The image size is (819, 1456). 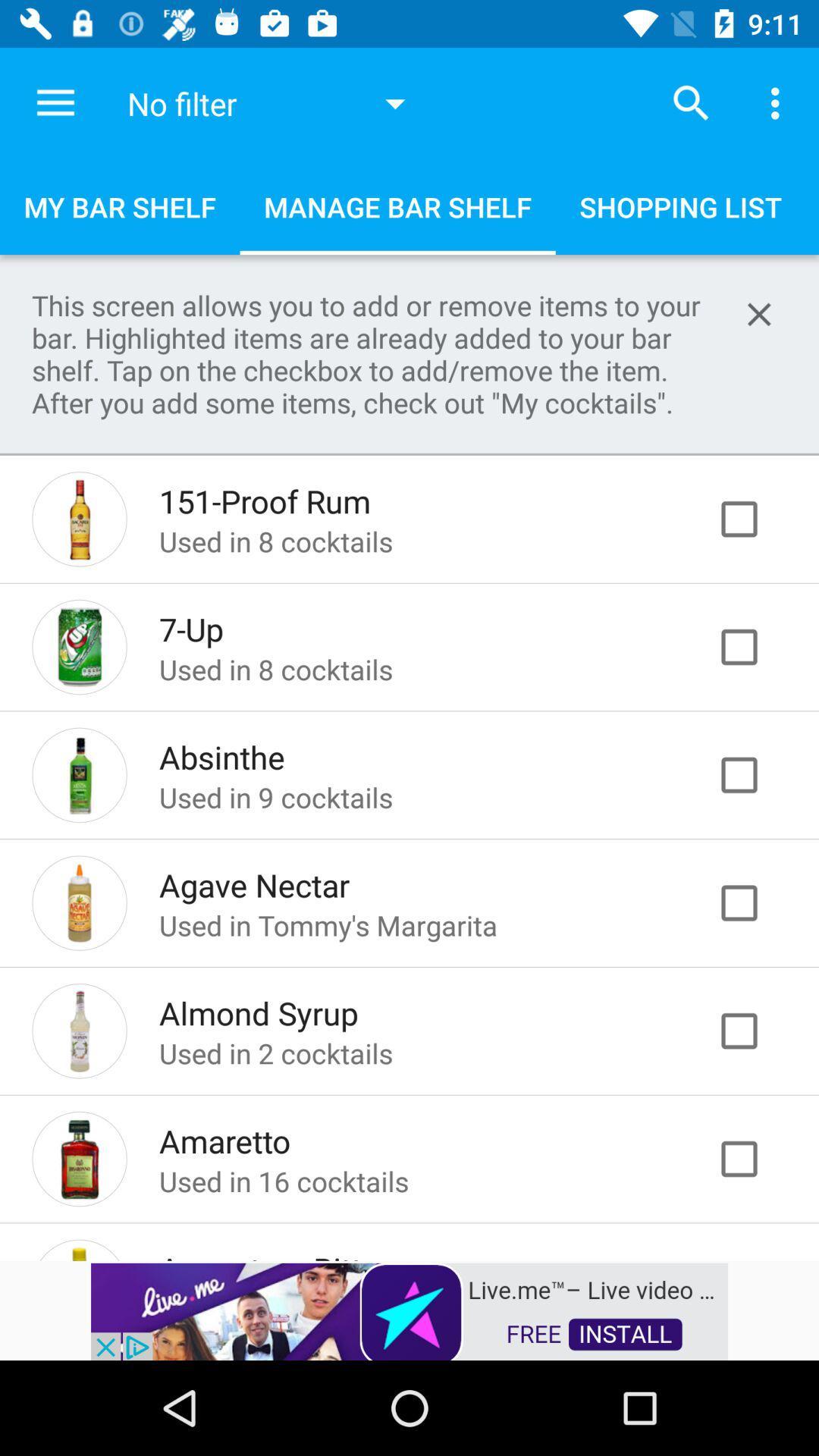 I want to click on check box to select almond syrup, so click(x=755, y=1031).